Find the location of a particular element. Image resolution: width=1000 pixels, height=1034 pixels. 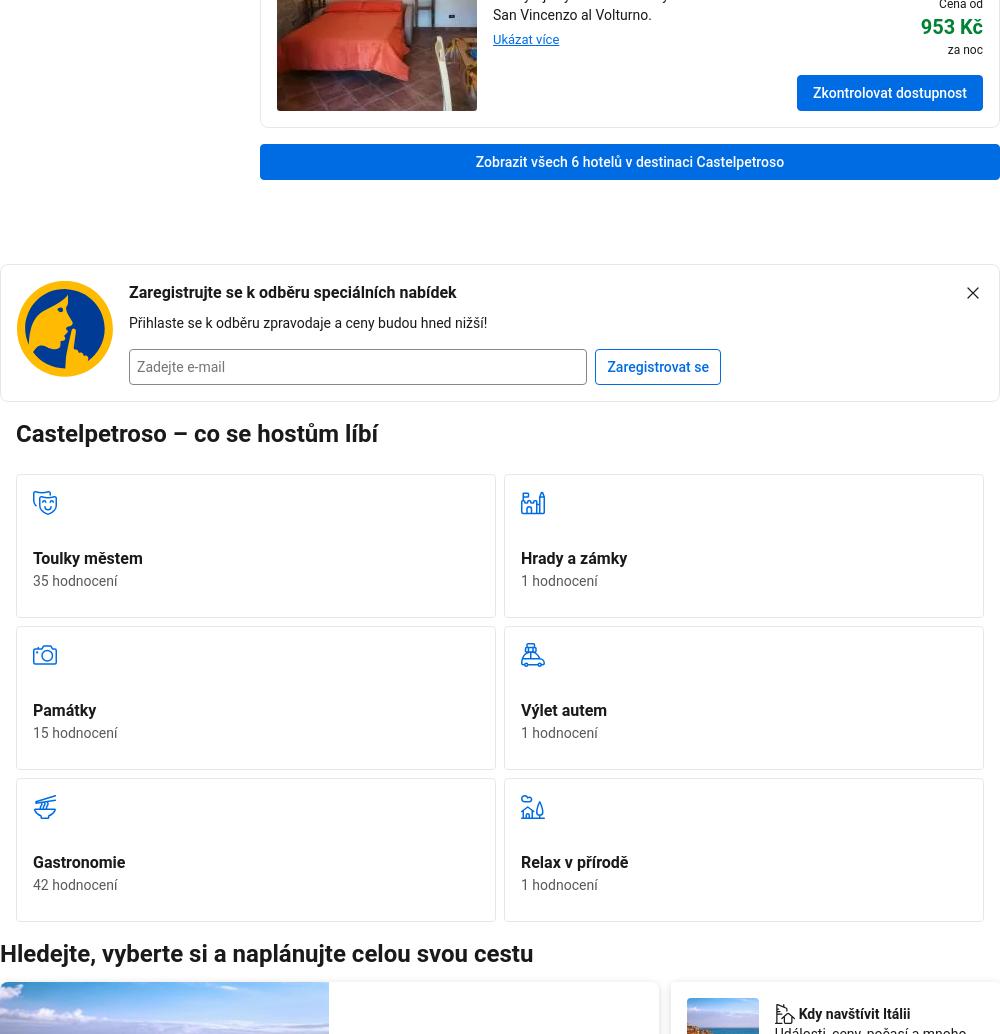

'Relax v přírodě' is located at coordinates (573, 860).